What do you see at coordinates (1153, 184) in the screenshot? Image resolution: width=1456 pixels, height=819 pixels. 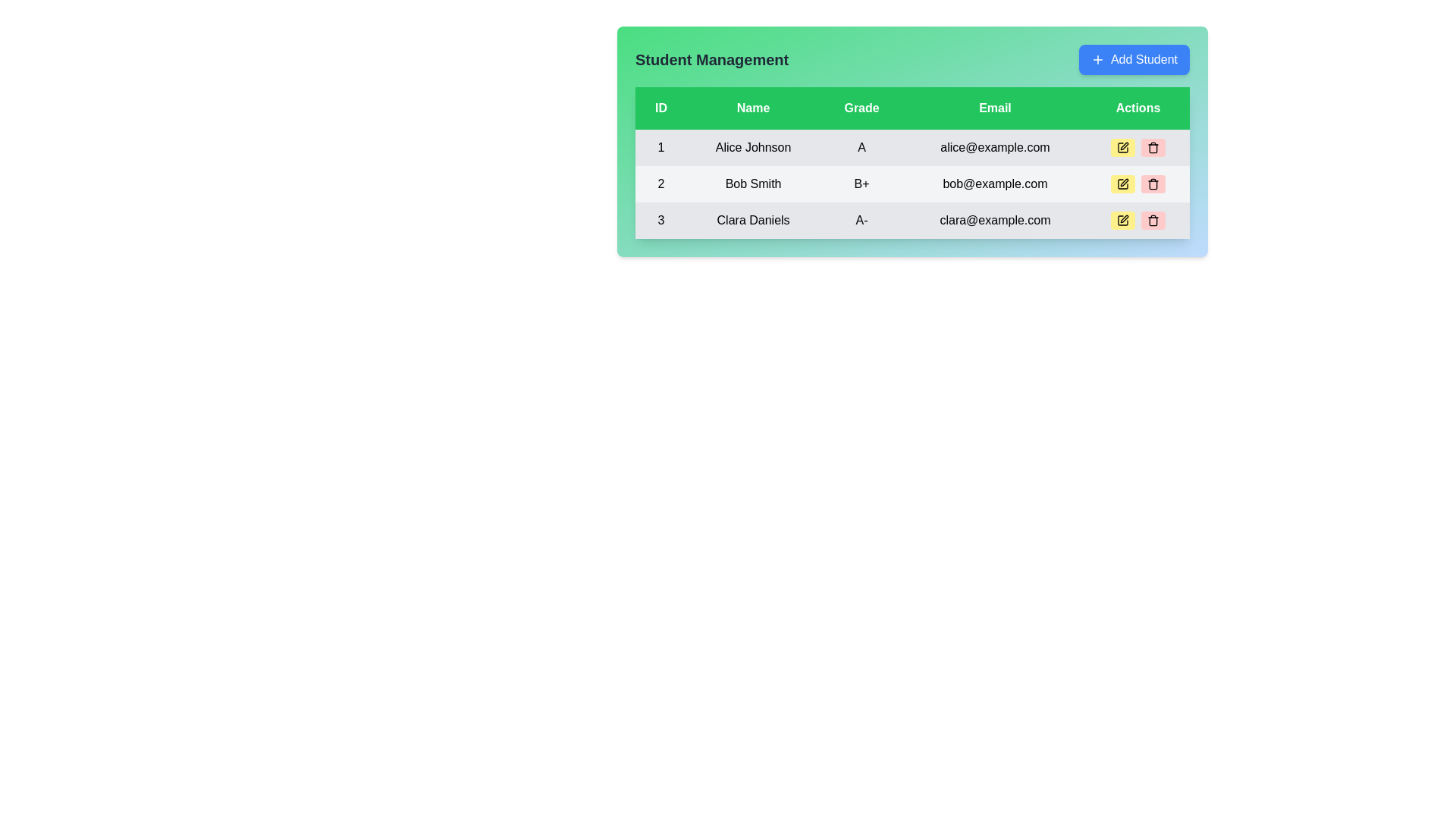 I see `the trash icon button with a light red background in the 'Actions' column for 'Bob Smith'` at bounding box center [1153, 184].